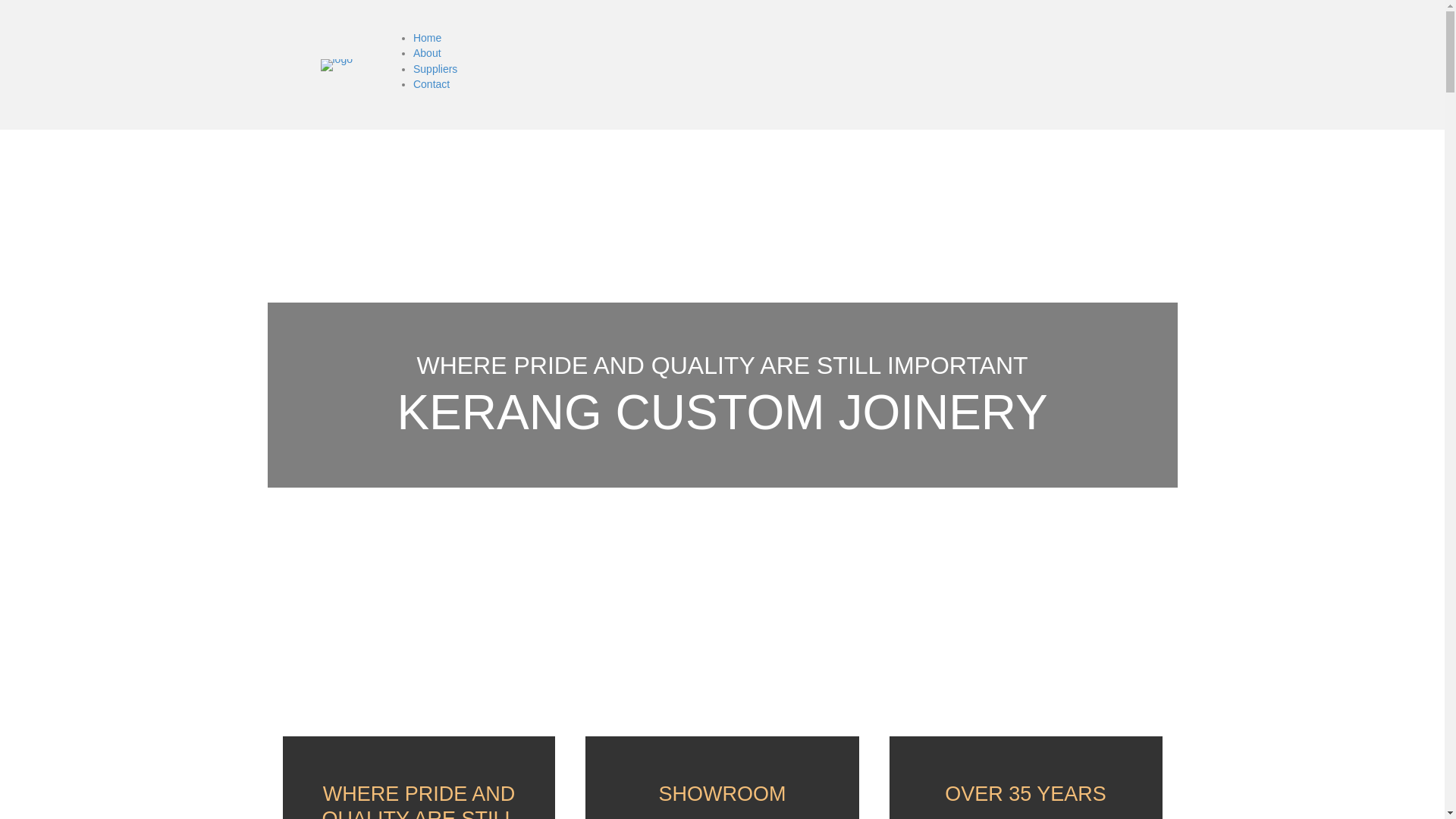 This screenshot has height=819, width=1456. What do you see at coordinates (426, 52) in the screenshot?
I see `'About'` at bounding box center [426, 52].